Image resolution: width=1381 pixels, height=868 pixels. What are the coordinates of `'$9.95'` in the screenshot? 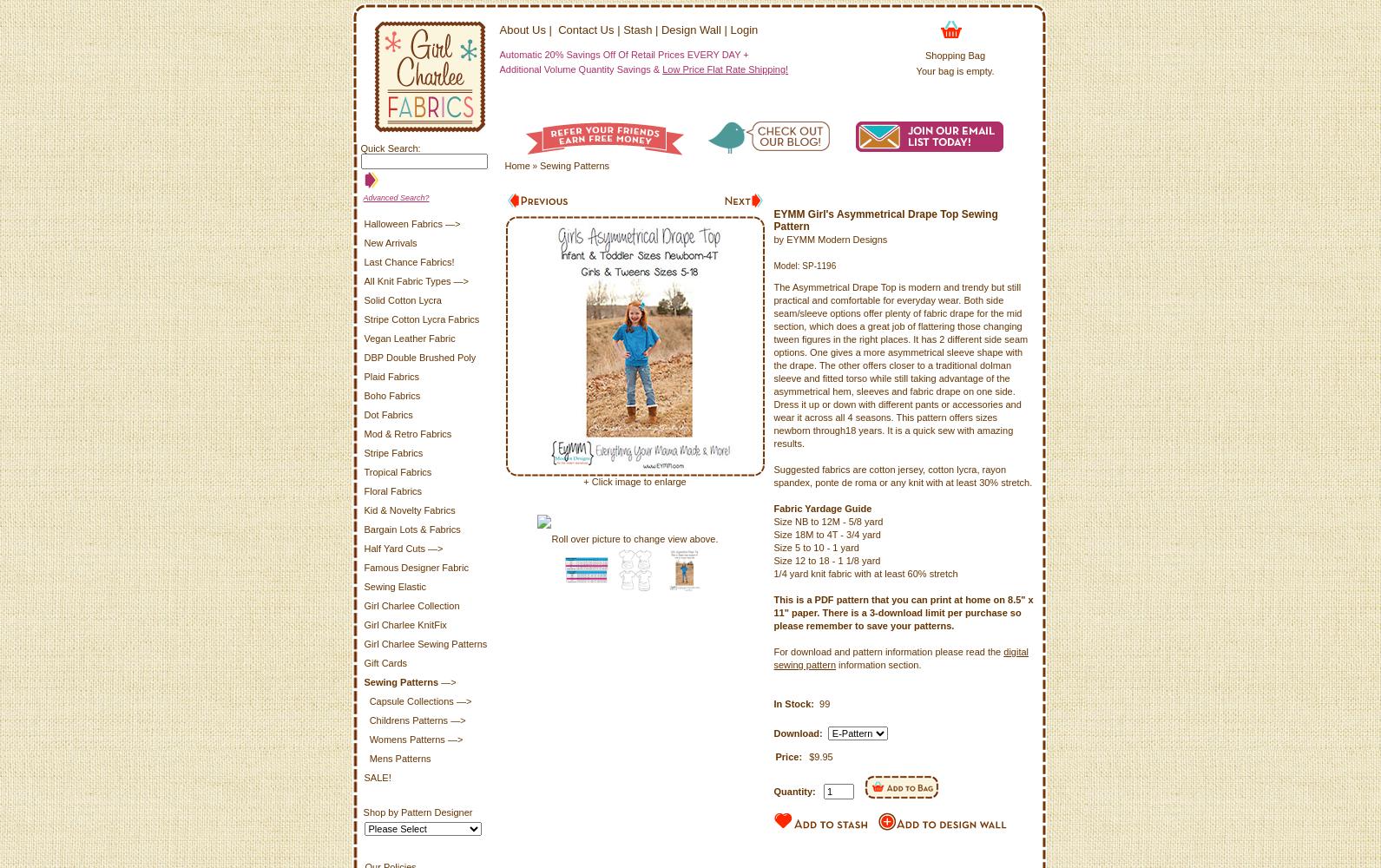 It's located at (819, 756).